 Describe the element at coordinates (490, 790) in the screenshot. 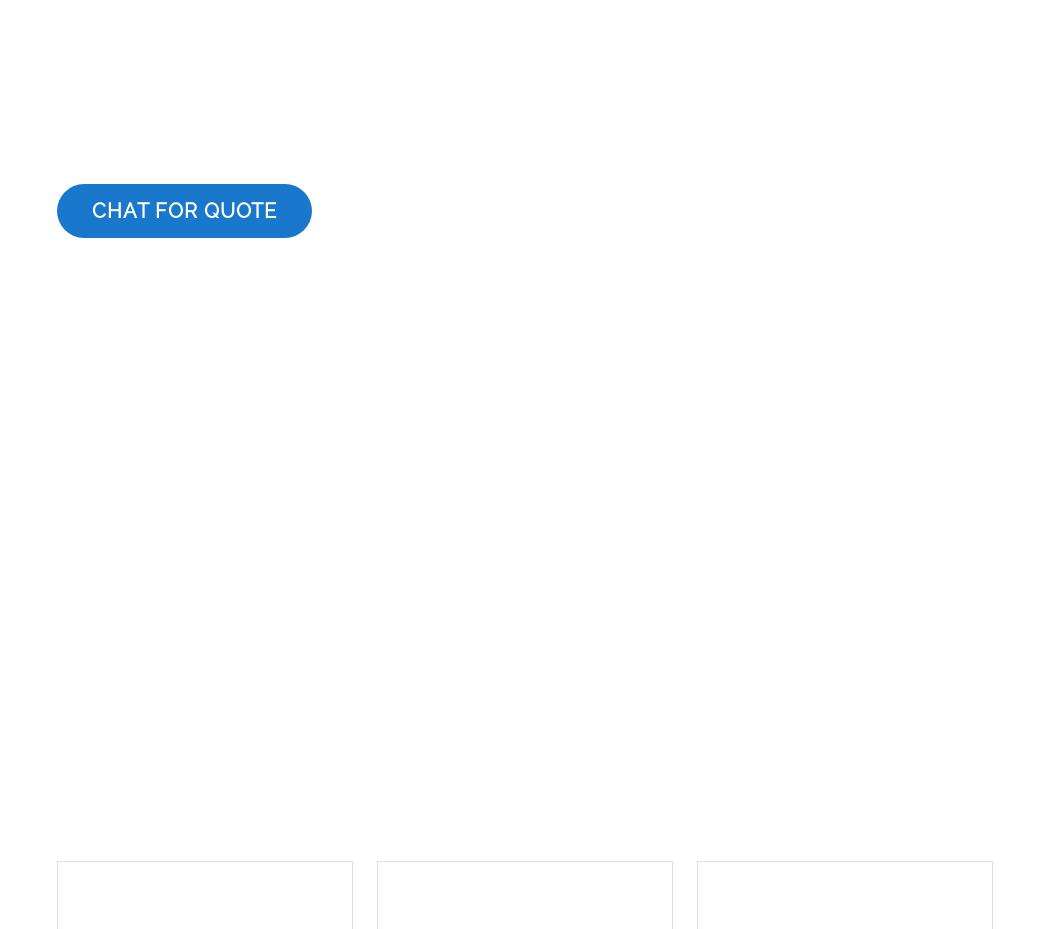

I see `'AUS'` at that location.